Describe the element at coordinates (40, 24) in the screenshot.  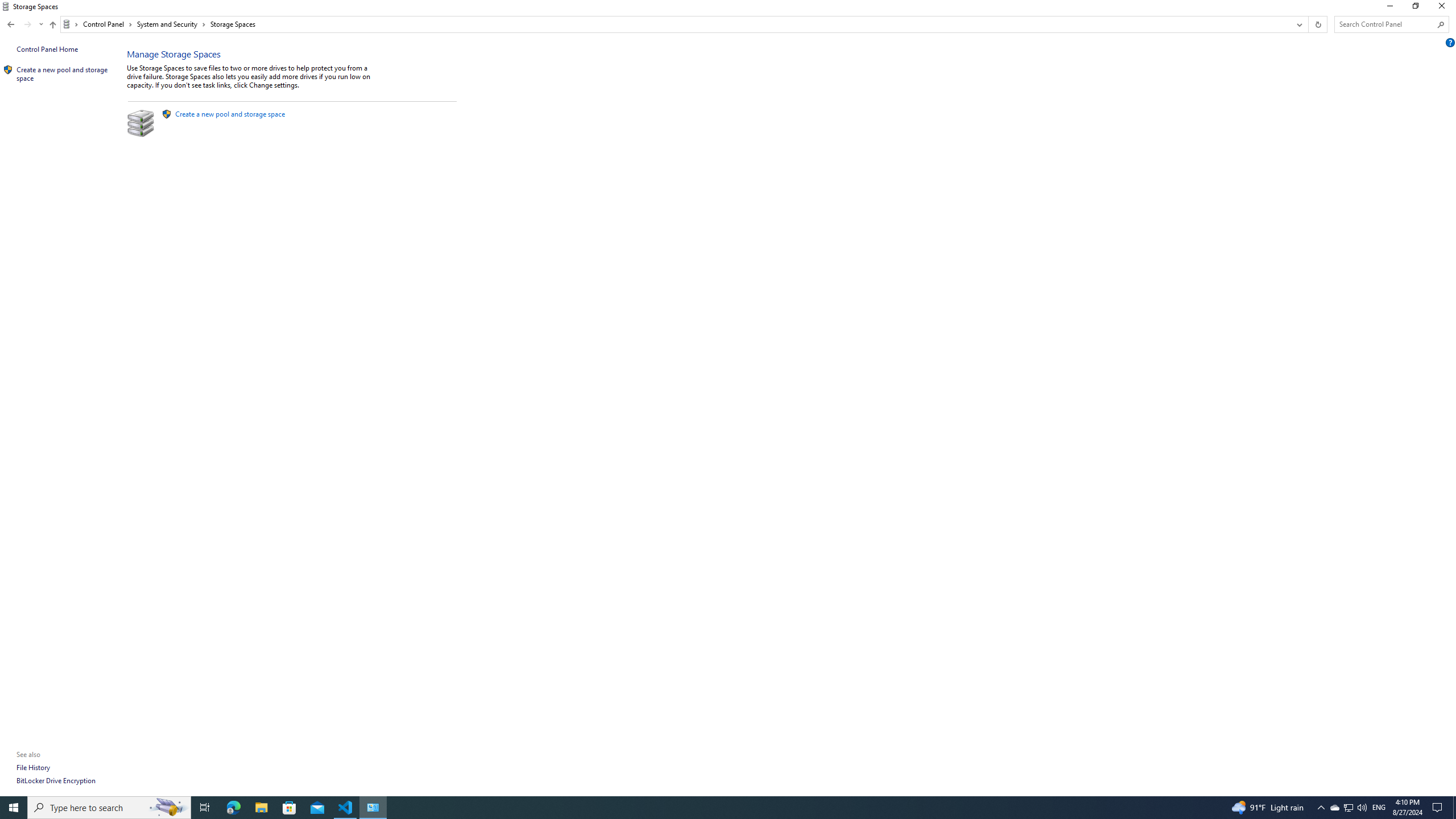
I see `'Recent locations'` at that location.